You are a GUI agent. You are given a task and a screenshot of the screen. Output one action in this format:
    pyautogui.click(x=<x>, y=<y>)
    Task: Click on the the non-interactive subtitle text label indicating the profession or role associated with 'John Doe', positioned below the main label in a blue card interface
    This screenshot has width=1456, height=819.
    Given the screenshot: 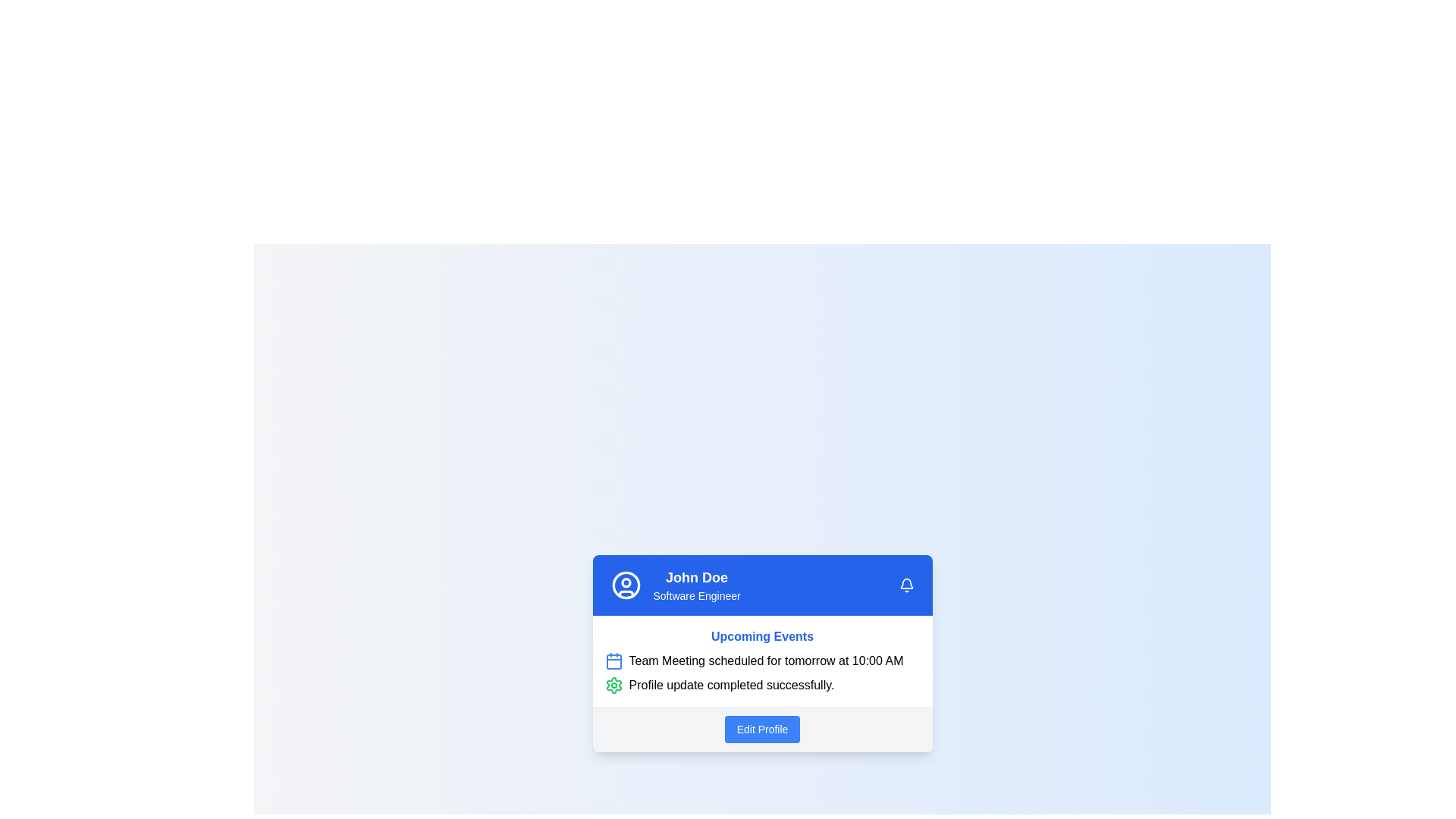 What is the action you would take?
    pyautogui.click(x=696, y=595)
    